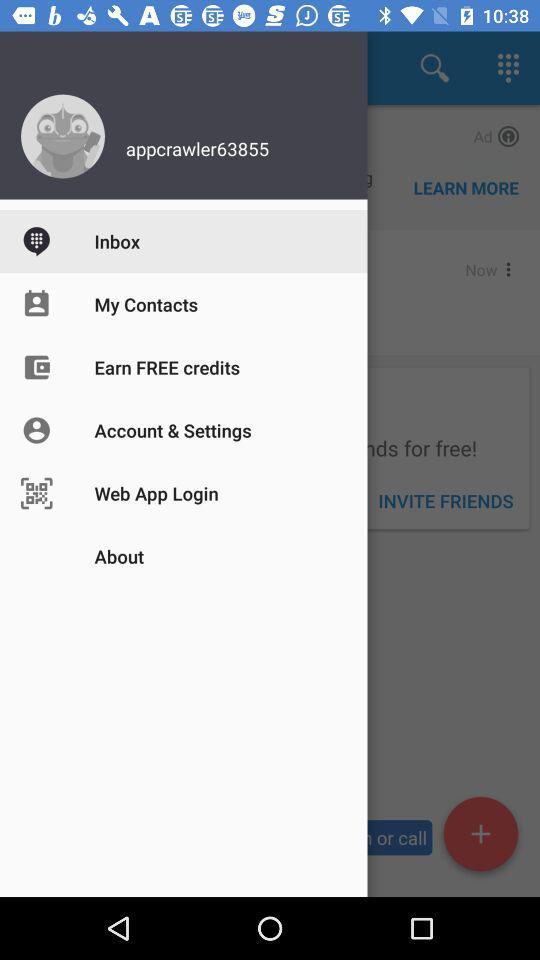 Image resolution: width=540 pixels, height=960 pixels. Describe the element at coordinates (284, 143) in the screenshot. I see `the username above inbox` at that location.